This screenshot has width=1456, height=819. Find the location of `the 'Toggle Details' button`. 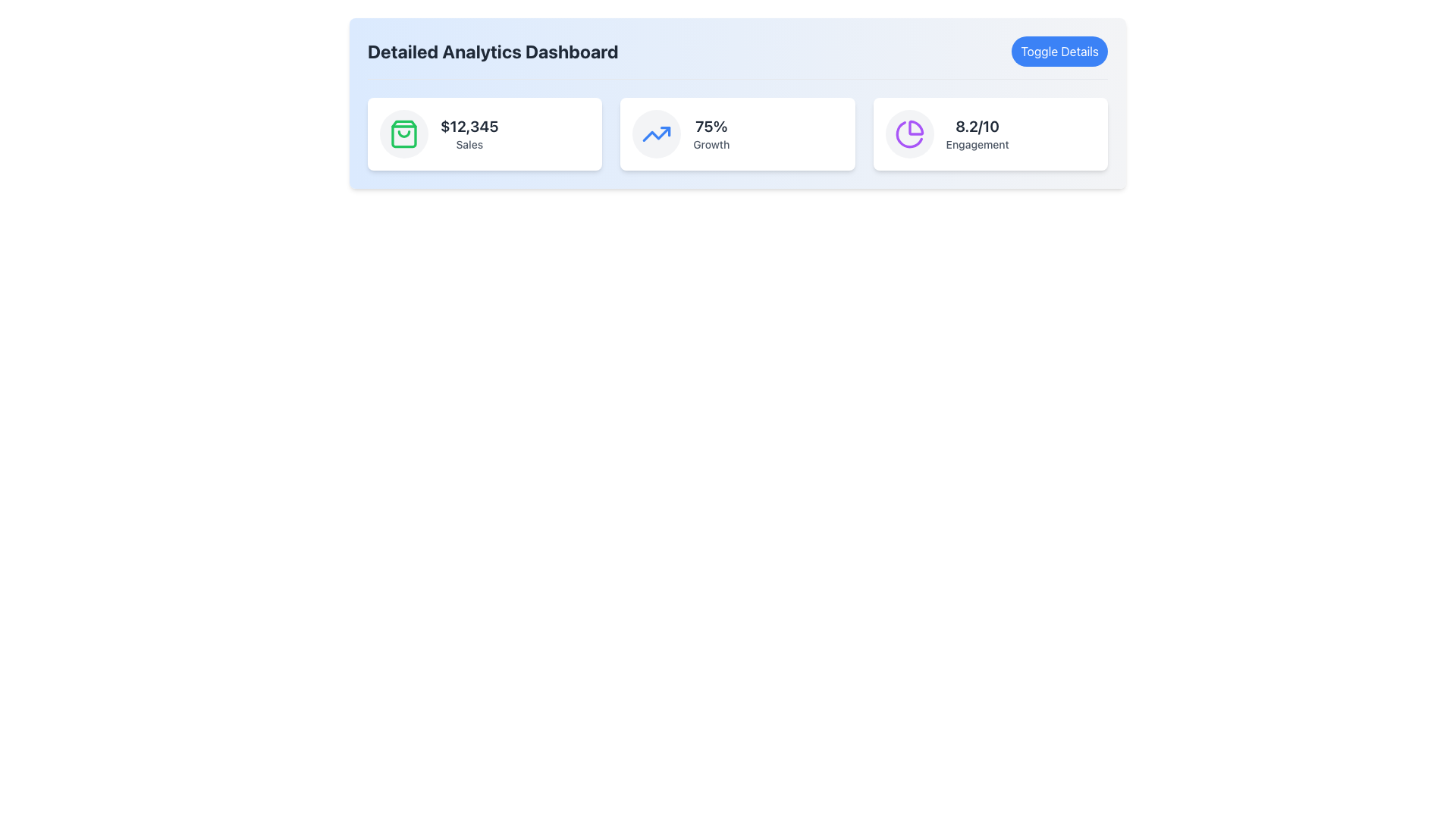

the 'Toggle Details' button is located at coordinates (1059, 51).